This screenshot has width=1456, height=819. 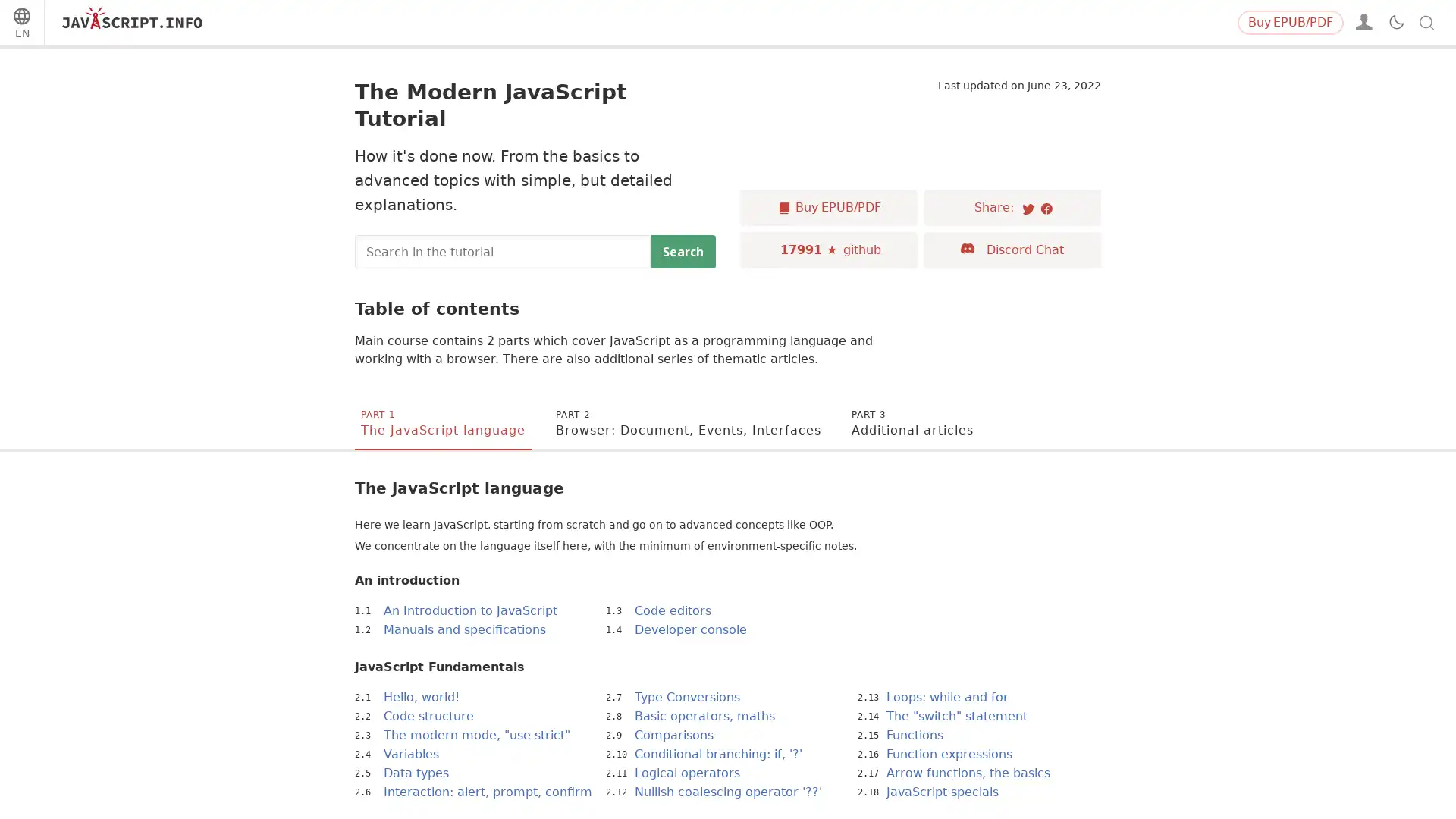 What do you see at coordinates (1402, 23) in the screenshot?
I see `Search` at bounding box center [1402, 23].